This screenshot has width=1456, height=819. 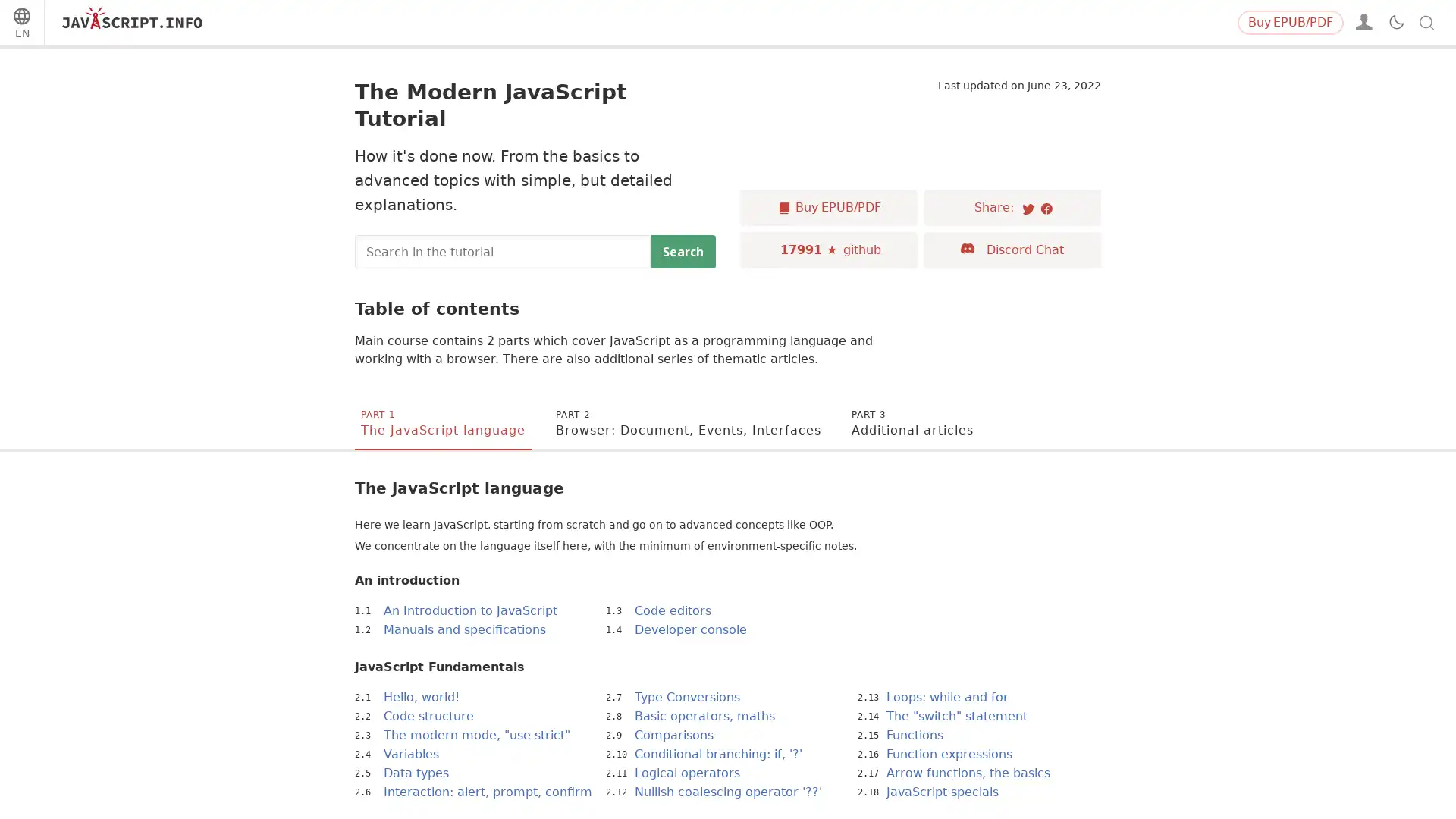 What do you see at coordinates (1402, 23) in the screenshot?
I see `Search` at bounding box center [1402, 23].